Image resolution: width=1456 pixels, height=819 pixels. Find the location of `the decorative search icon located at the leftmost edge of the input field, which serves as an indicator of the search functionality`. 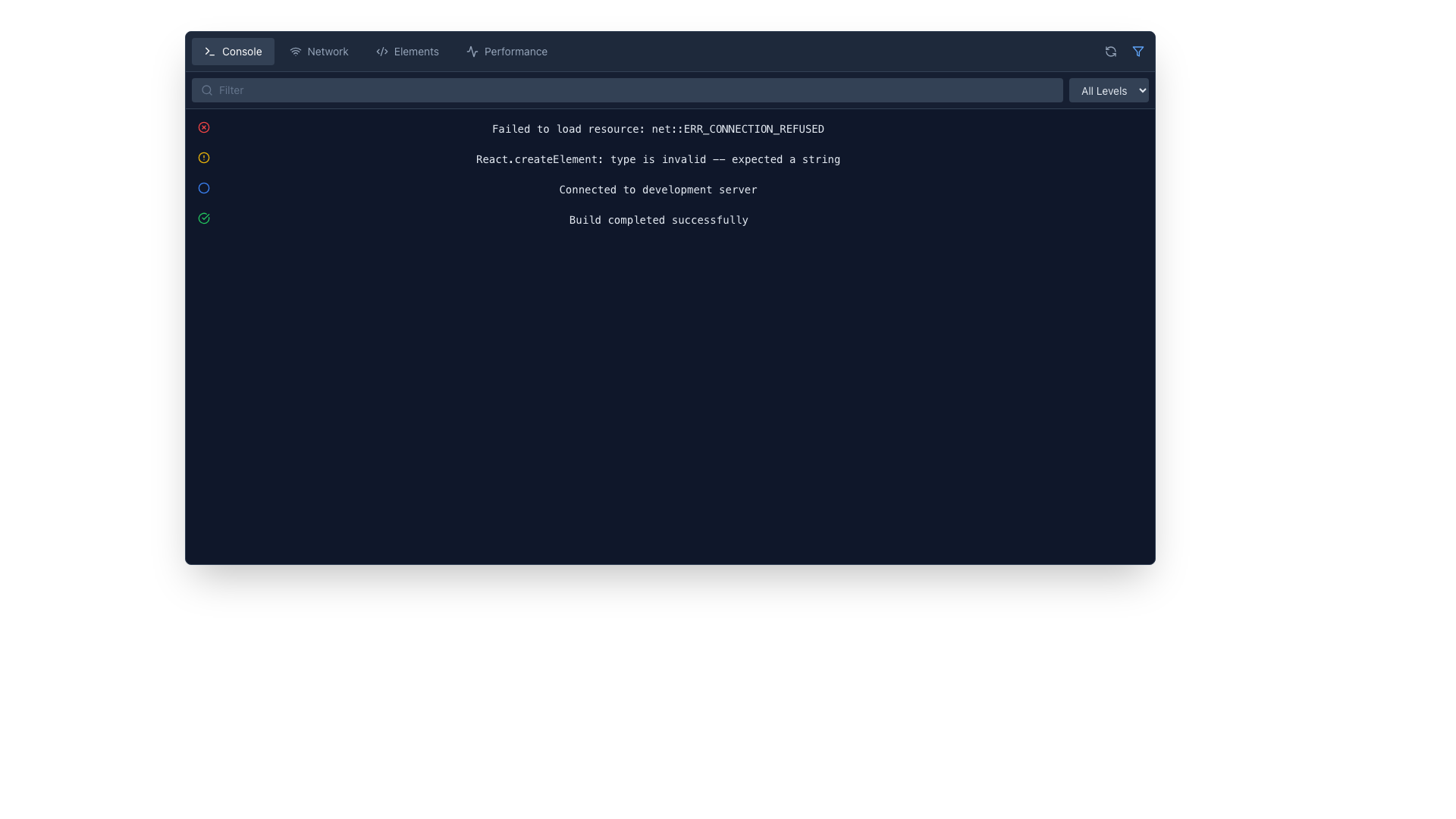

the decorative search icon located at the leftmost edge of the input field, which serves as an indicator of the search functionality is located at coordinates (206, 90).